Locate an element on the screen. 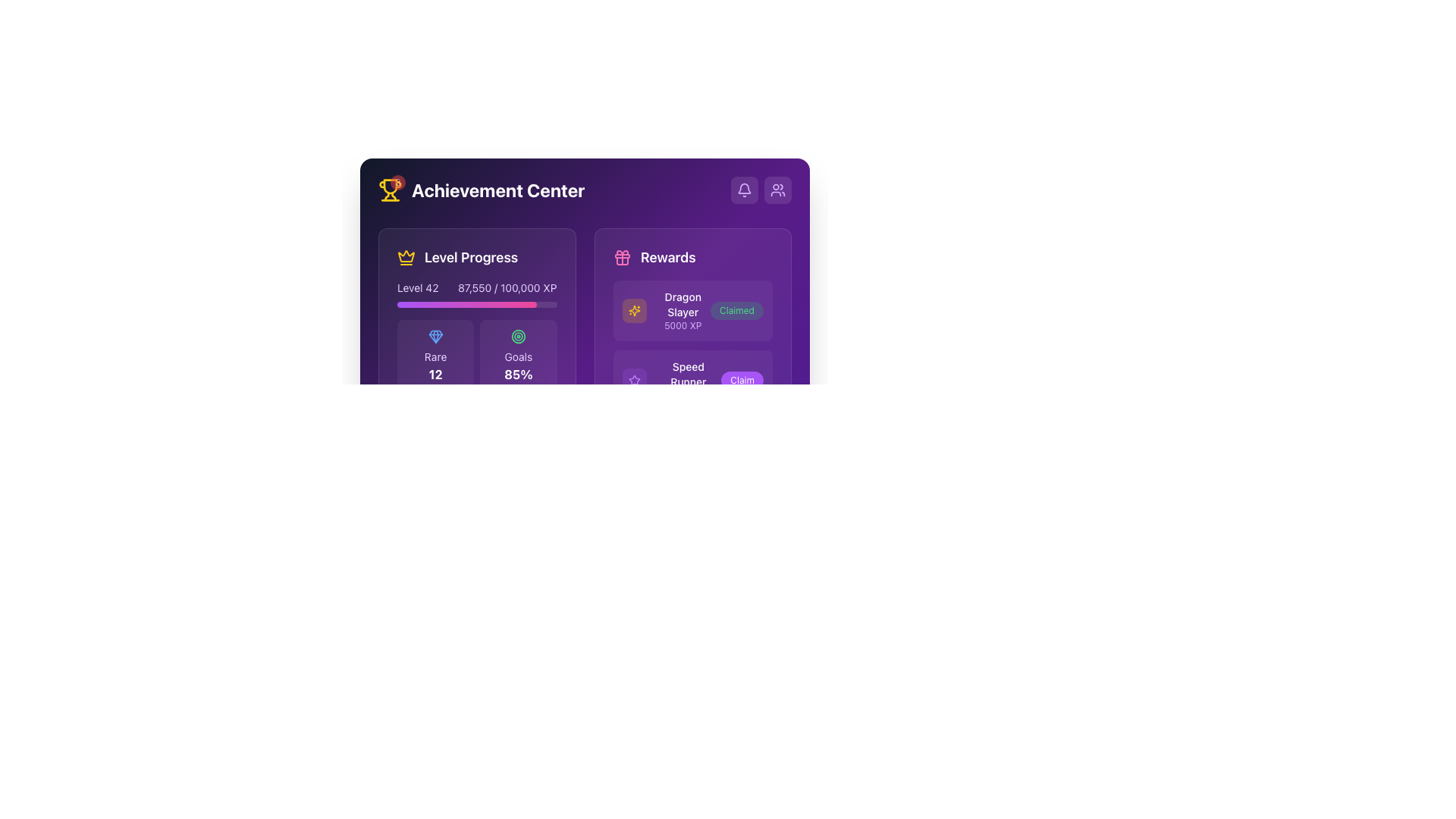  the bell icon SVG graphic with a purple hue positioned at the top right corner of the interface for any indicator changes is located at coordinates (745, 189).